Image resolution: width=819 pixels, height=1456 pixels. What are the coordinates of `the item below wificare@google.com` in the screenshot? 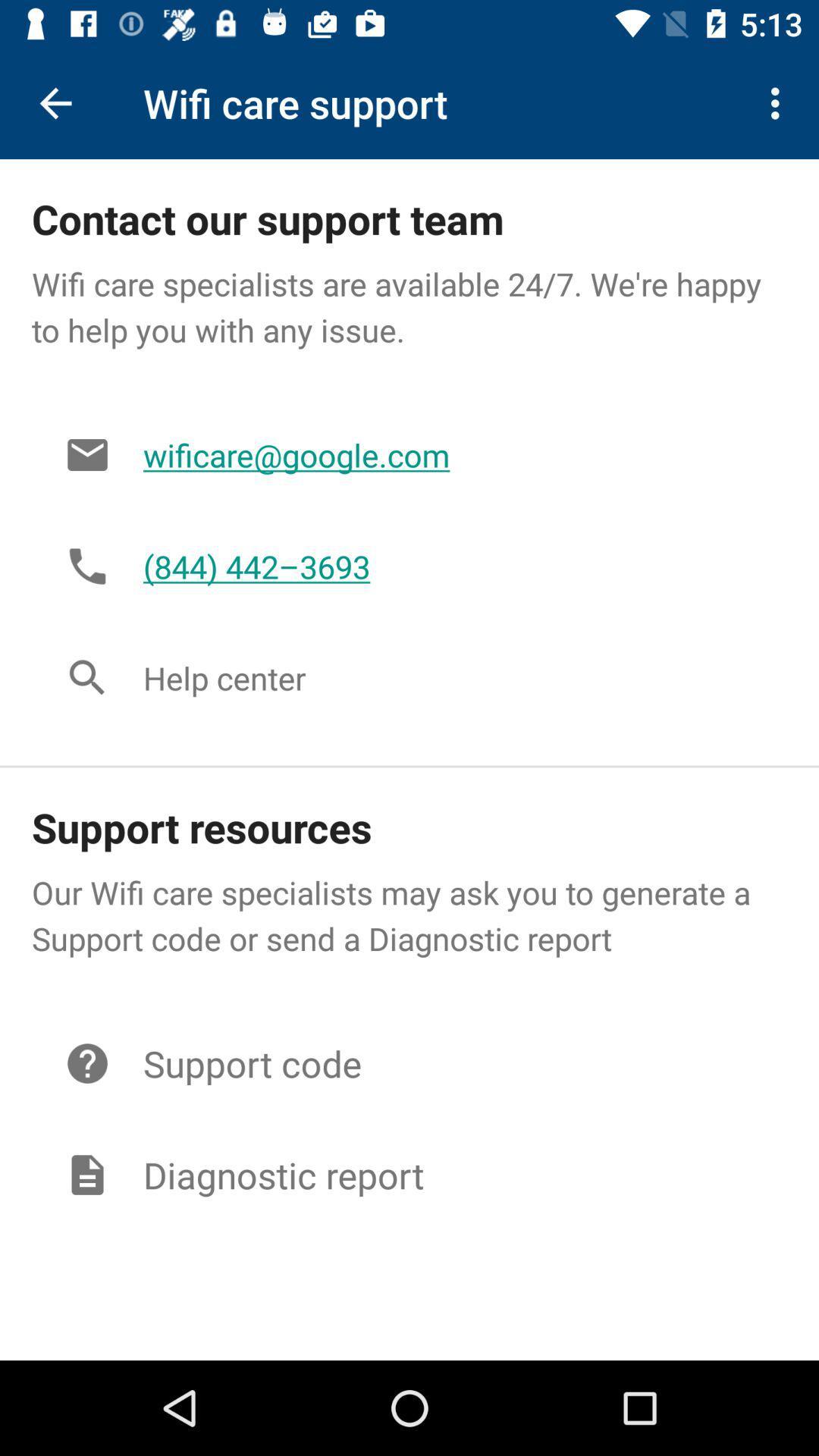 It's located at (448, 566).